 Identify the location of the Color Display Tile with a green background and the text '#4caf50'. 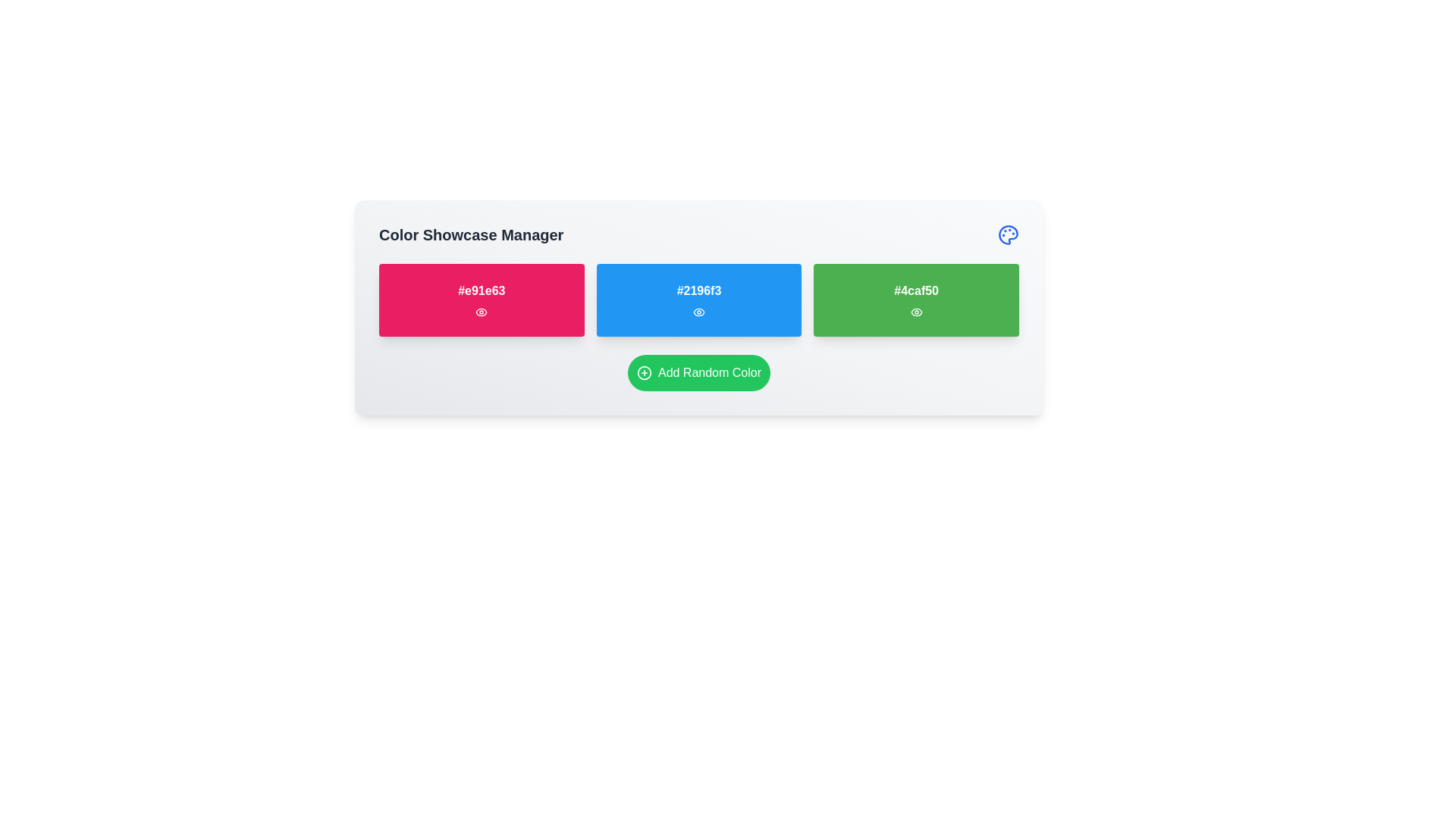
(915, 300).